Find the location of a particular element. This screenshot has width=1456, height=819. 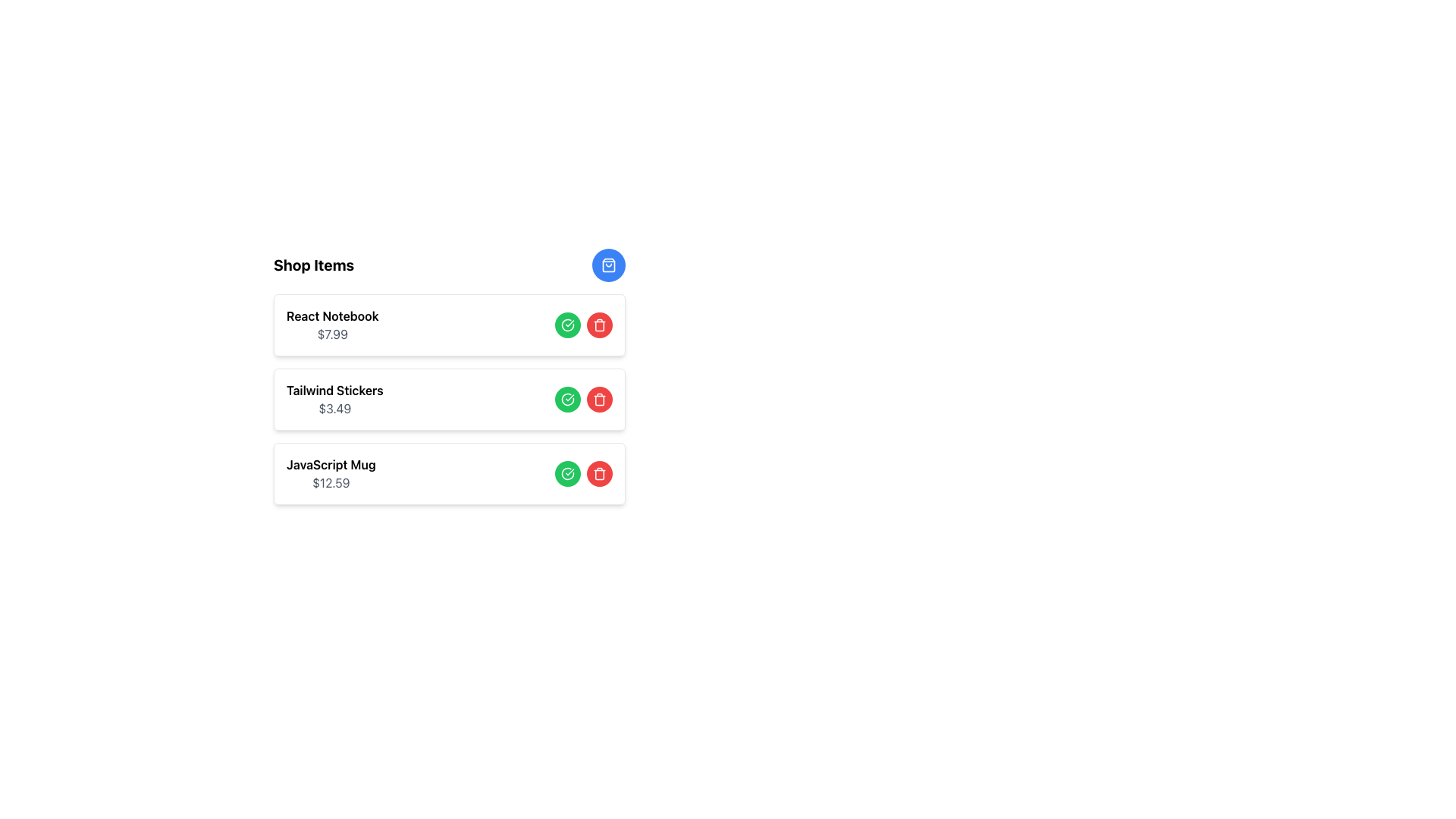

the confirmation icon located in the second list item labeled 'Tailwind Stickers' priced at '$3.49', which is positioned on the right-hand side, closer to the vertical center is located at coordinates (566, 399).